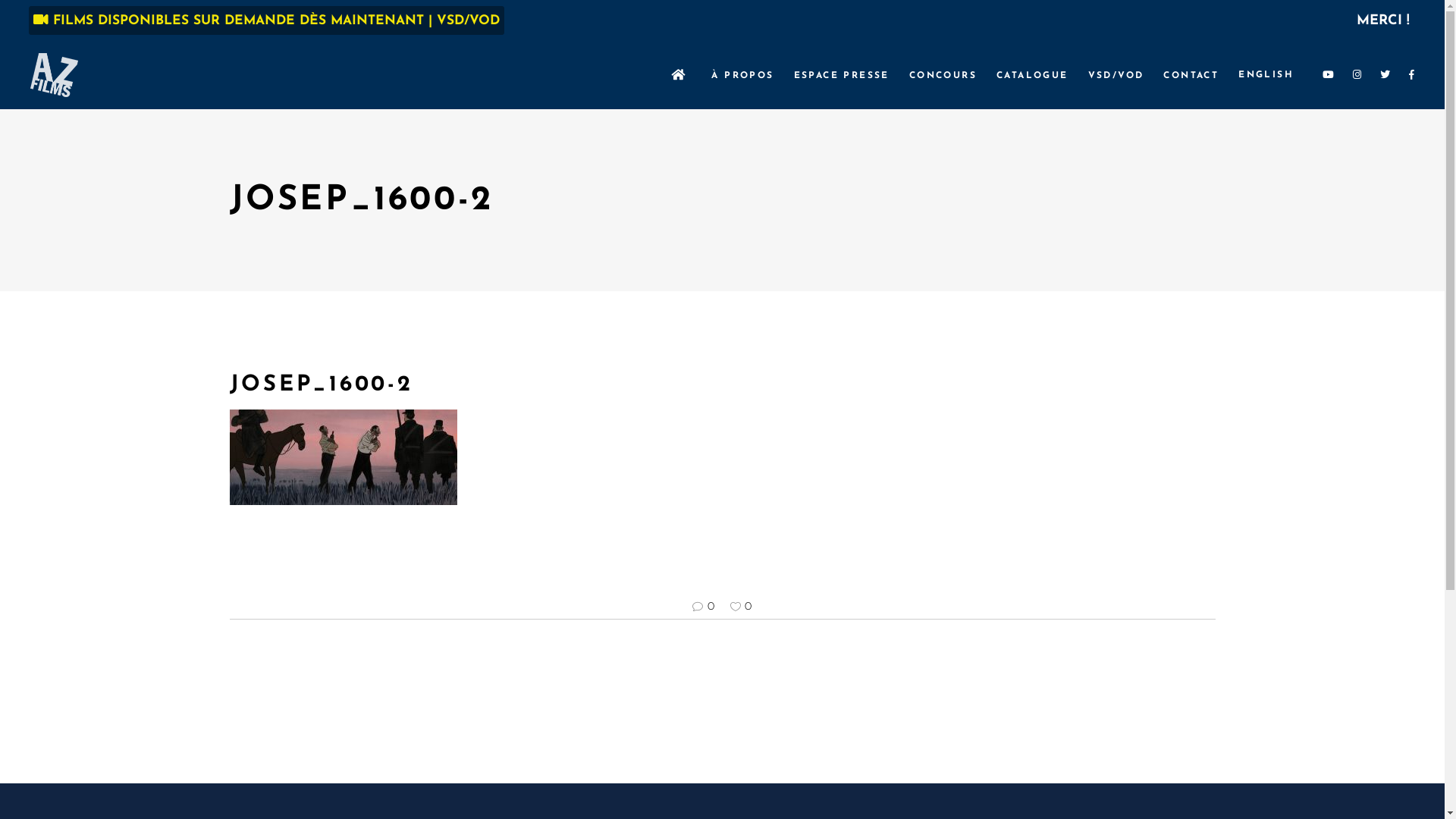 Image resolution: width=1456 pixels, height=819 pixels. I want to click on 'CONCOURS', so click(942, 75).